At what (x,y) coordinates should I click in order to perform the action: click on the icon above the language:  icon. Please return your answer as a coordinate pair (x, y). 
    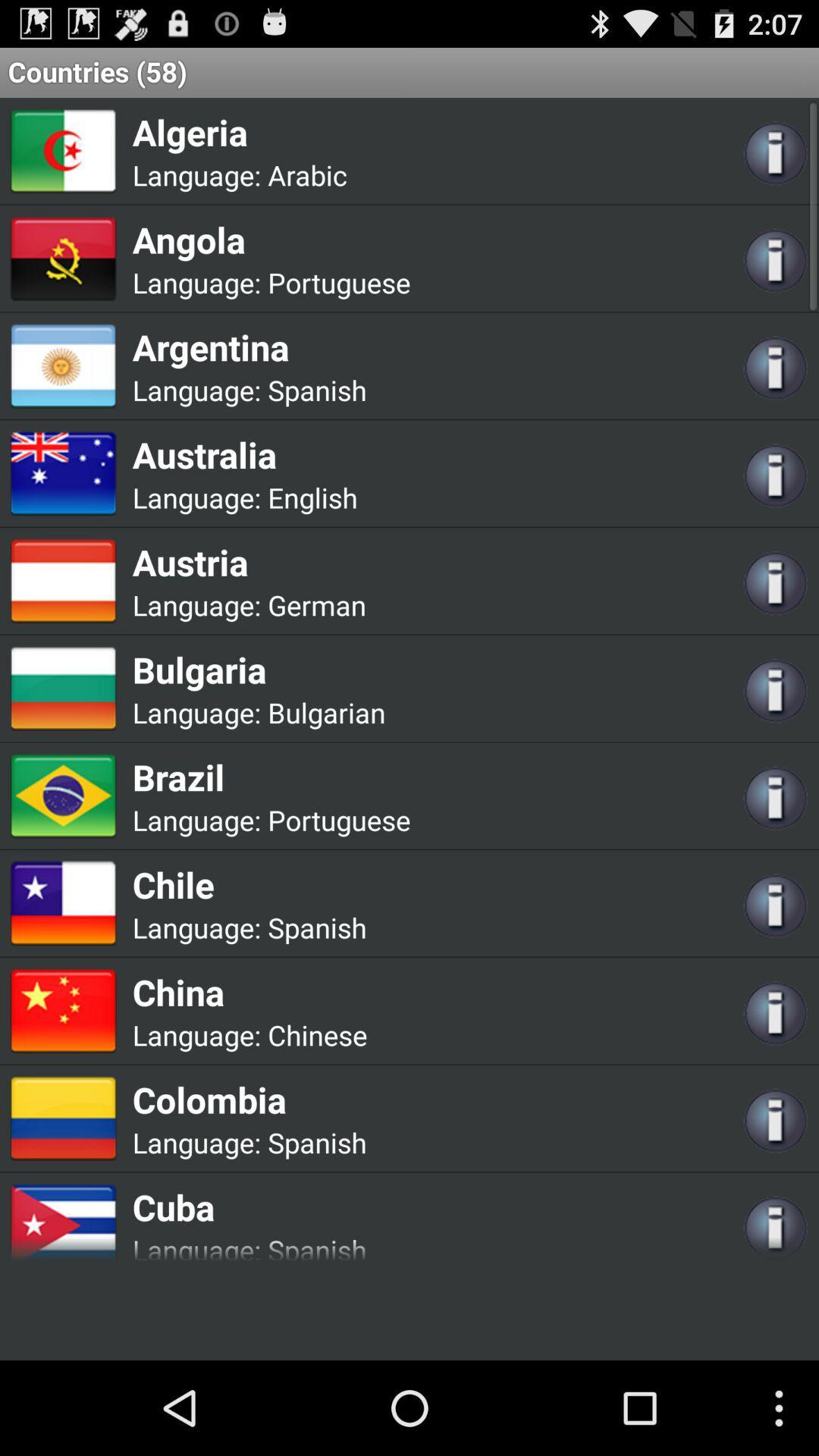
    Looking at the image, I should click on (271, 777).